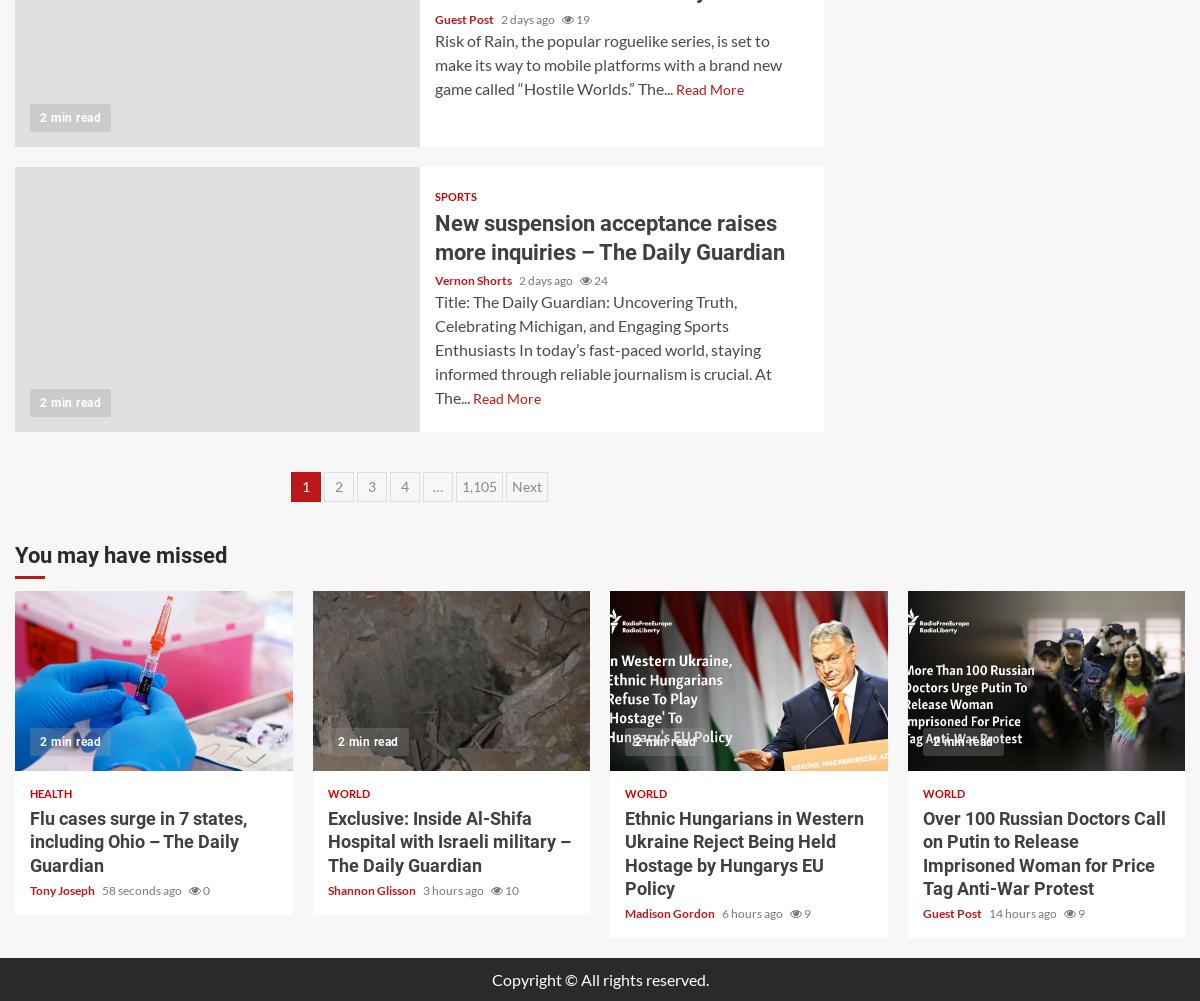 This screenshot has width=1200, height=1001. What do you see at coordinates (952, 913) in the screenshot?
I see `'Guest Post'` at bounding box center [952, 913].